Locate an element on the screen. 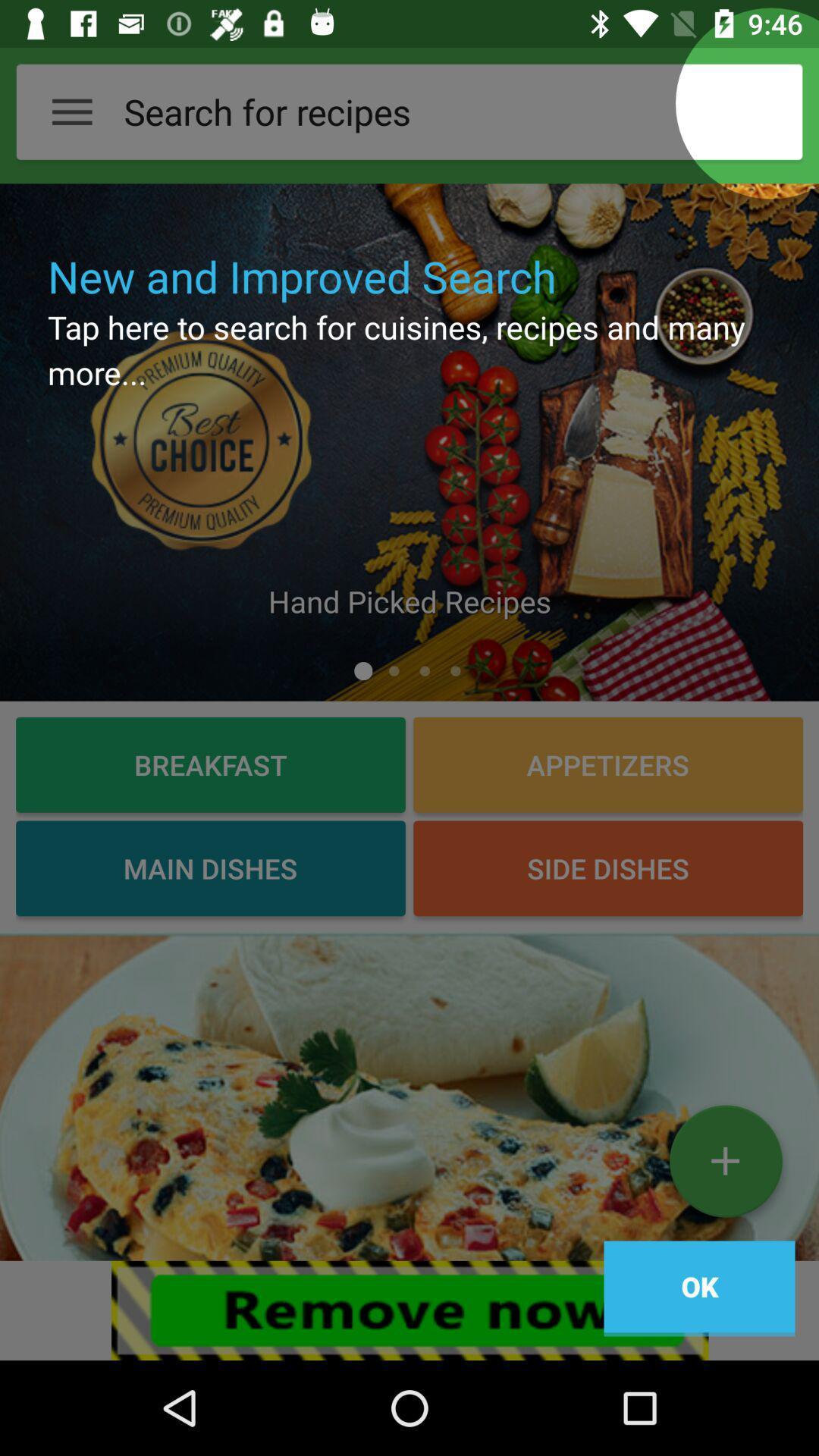  picture is located at coordinates (409, 1096).